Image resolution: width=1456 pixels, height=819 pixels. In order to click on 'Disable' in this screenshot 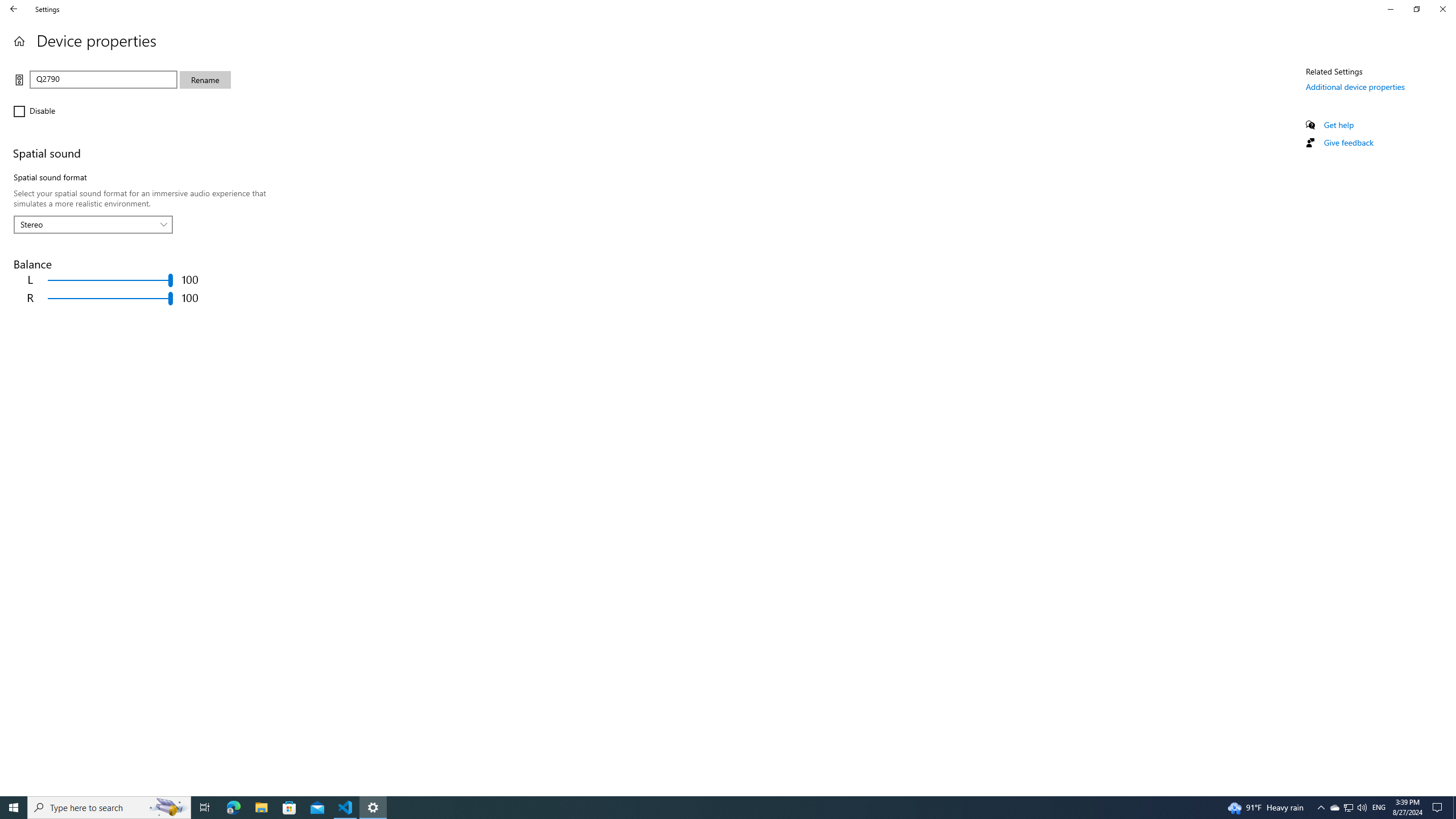, I will do `click(47, 111)`.